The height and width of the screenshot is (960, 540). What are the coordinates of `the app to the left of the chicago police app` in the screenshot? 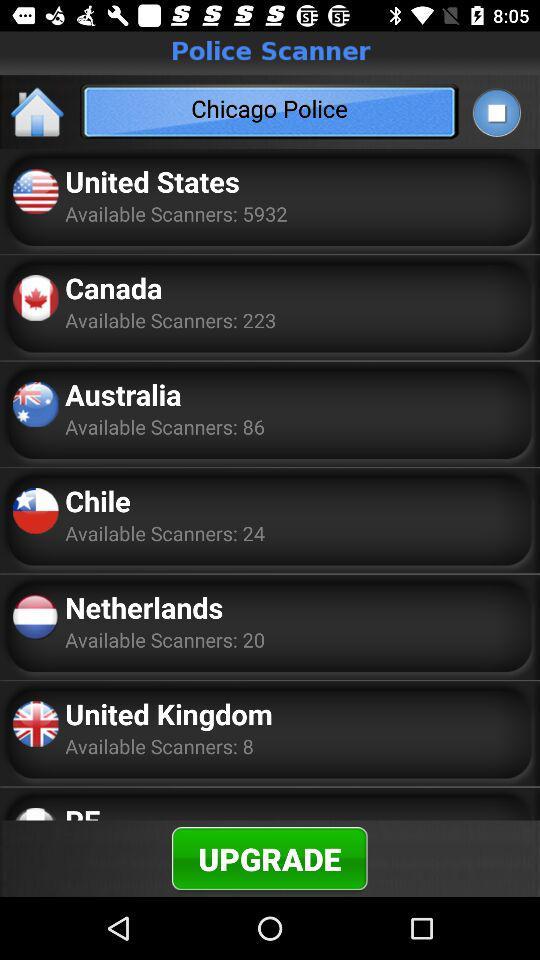 It's located at (38, 111).